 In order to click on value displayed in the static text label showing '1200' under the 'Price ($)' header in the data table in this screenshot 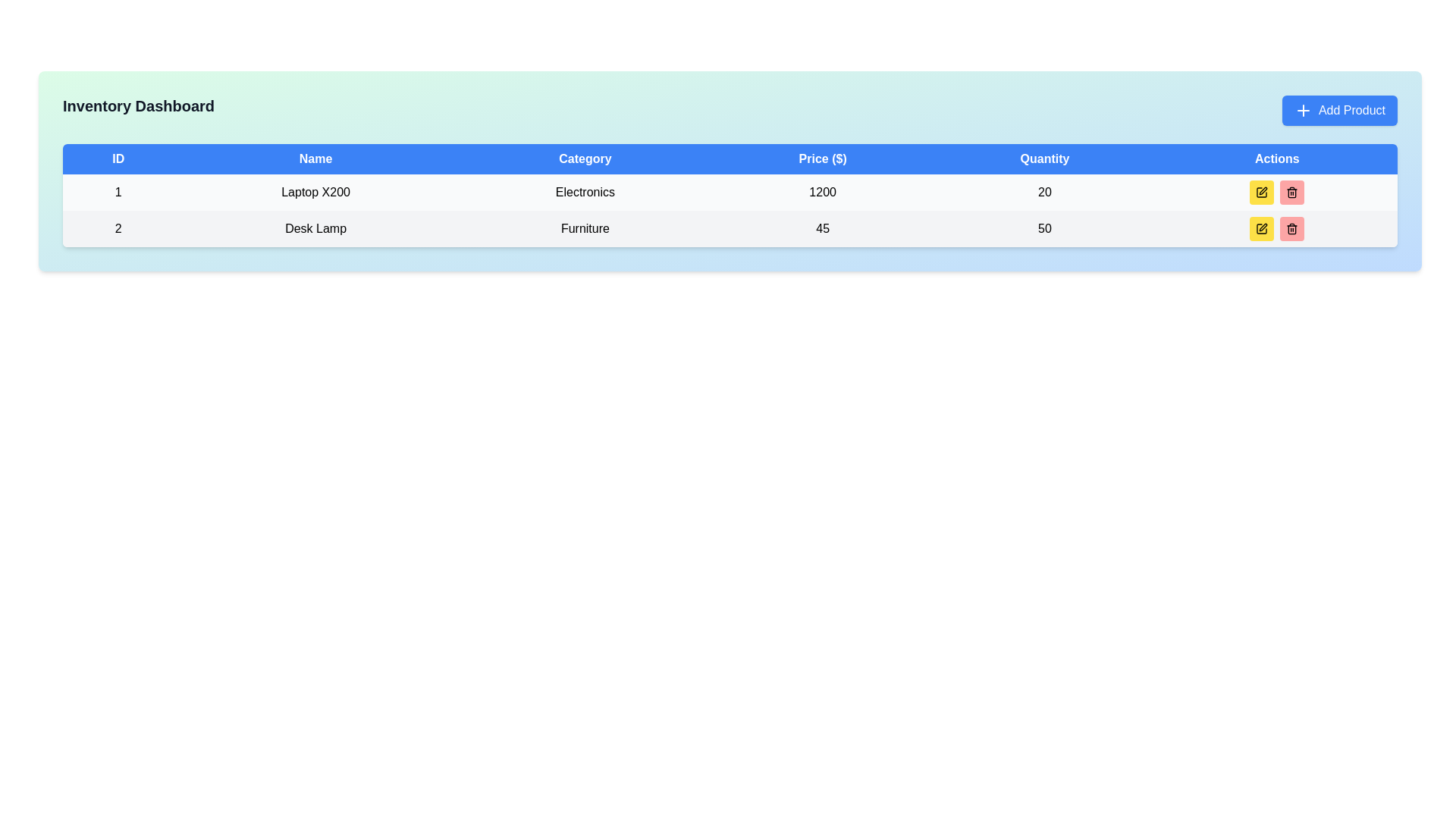, I will do `click(822, 192)`.